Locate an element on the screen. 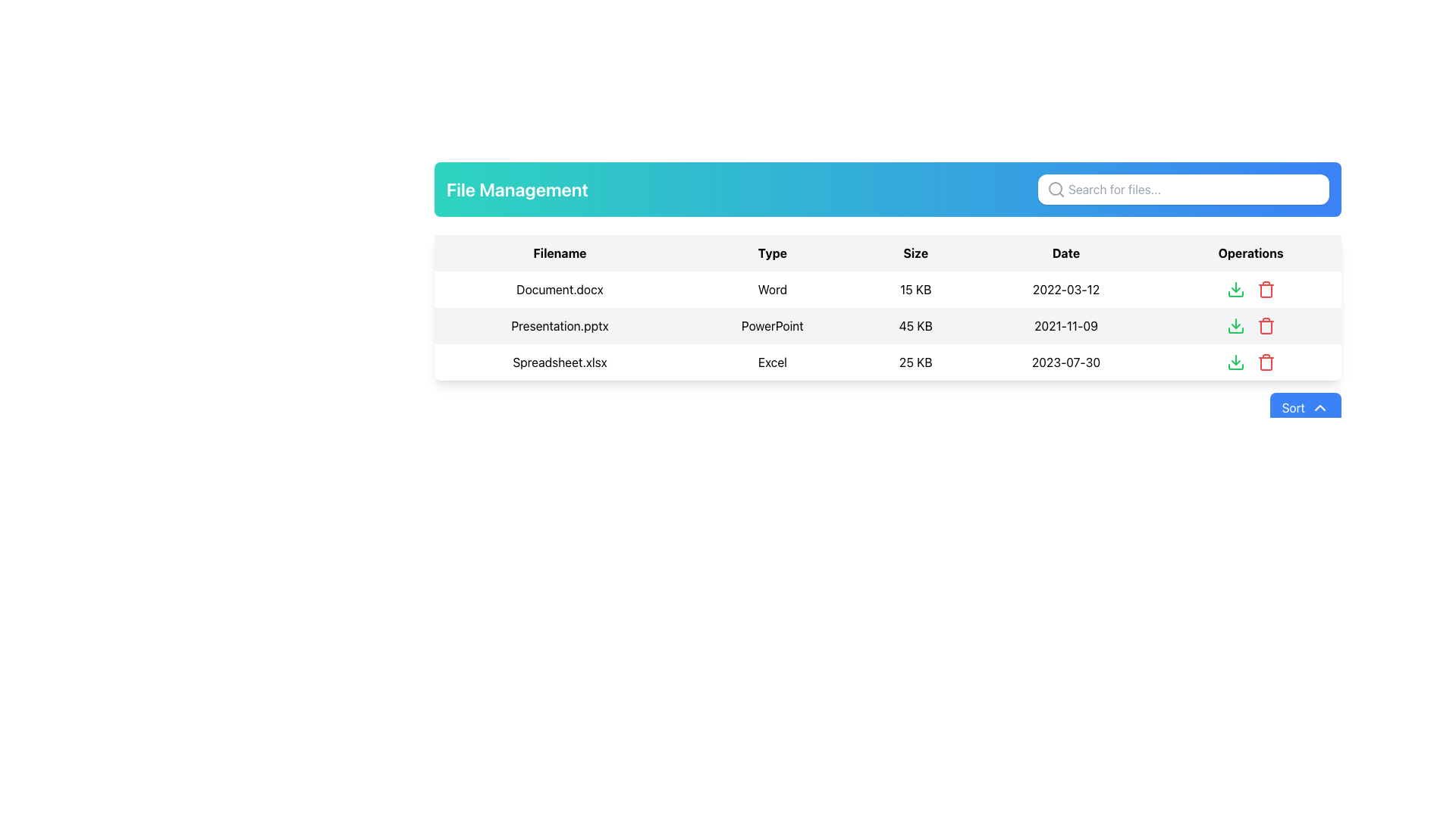 The image size is (1456, 819). the 'Operations' column header in the data table, which is the fifth column header positioned to the far right of the header row, following the 'Date' column is located at coordinates (1250, 253).